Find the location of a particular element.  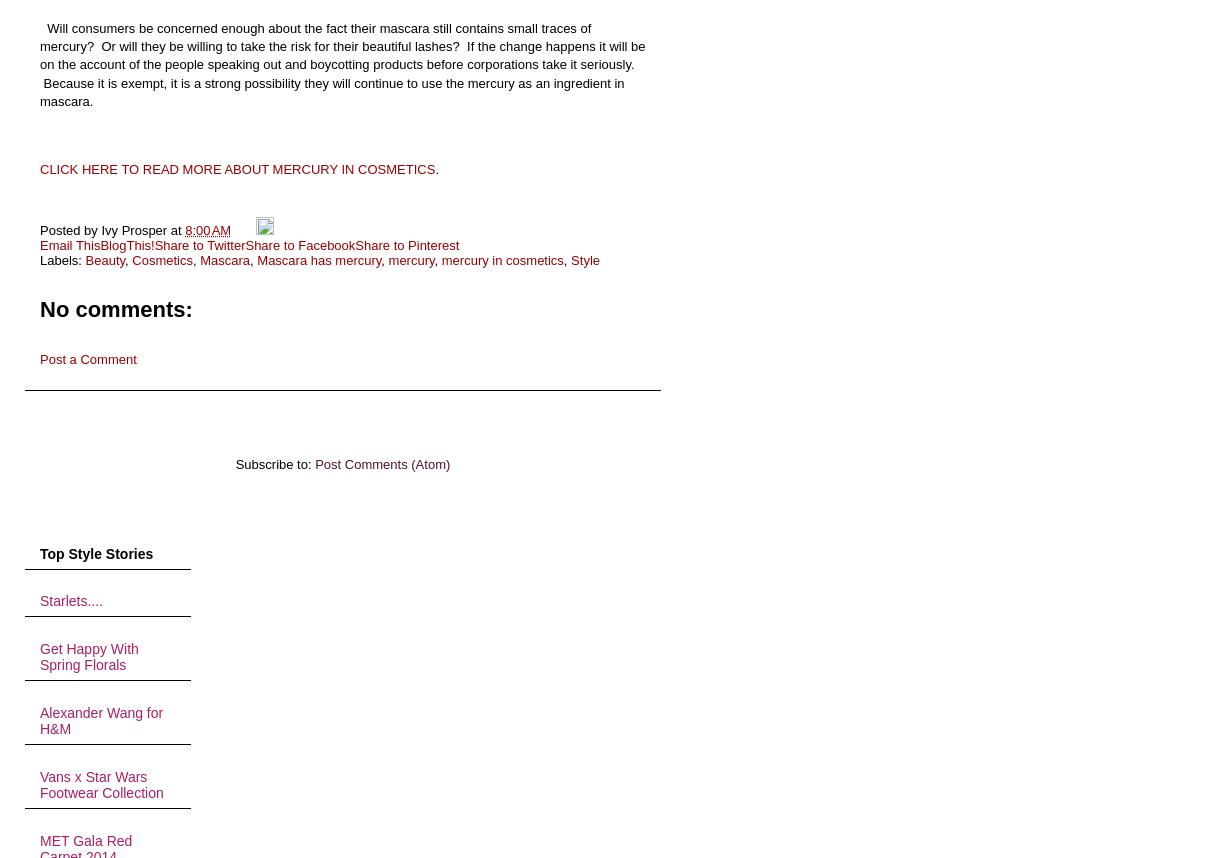

'BlogThis!' is located at coordinates (125, 243).